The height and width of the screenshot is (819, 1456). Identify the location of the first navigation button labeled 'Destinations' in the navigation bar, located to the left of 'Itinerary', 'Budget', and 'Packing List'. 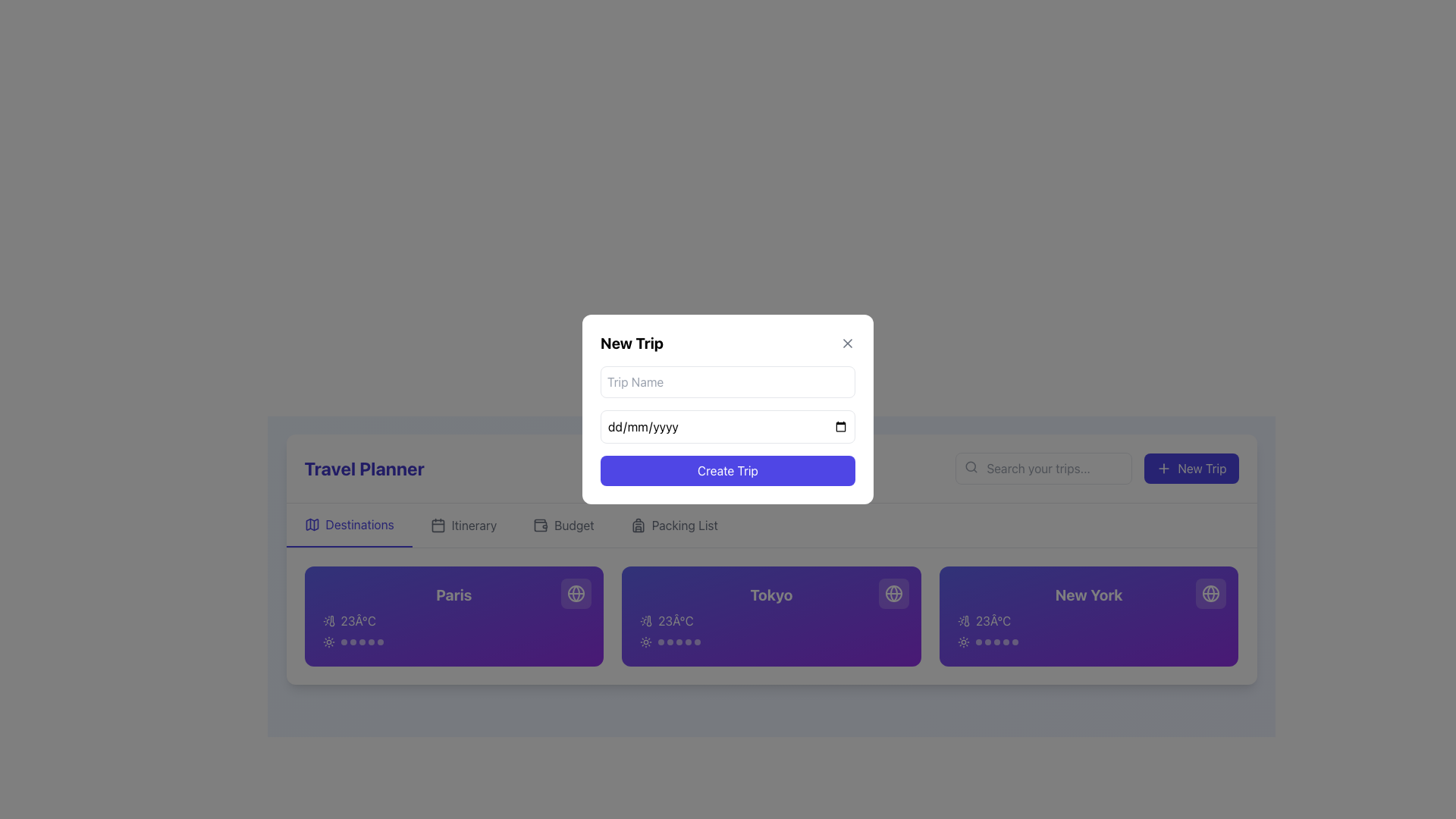
(348, 525).